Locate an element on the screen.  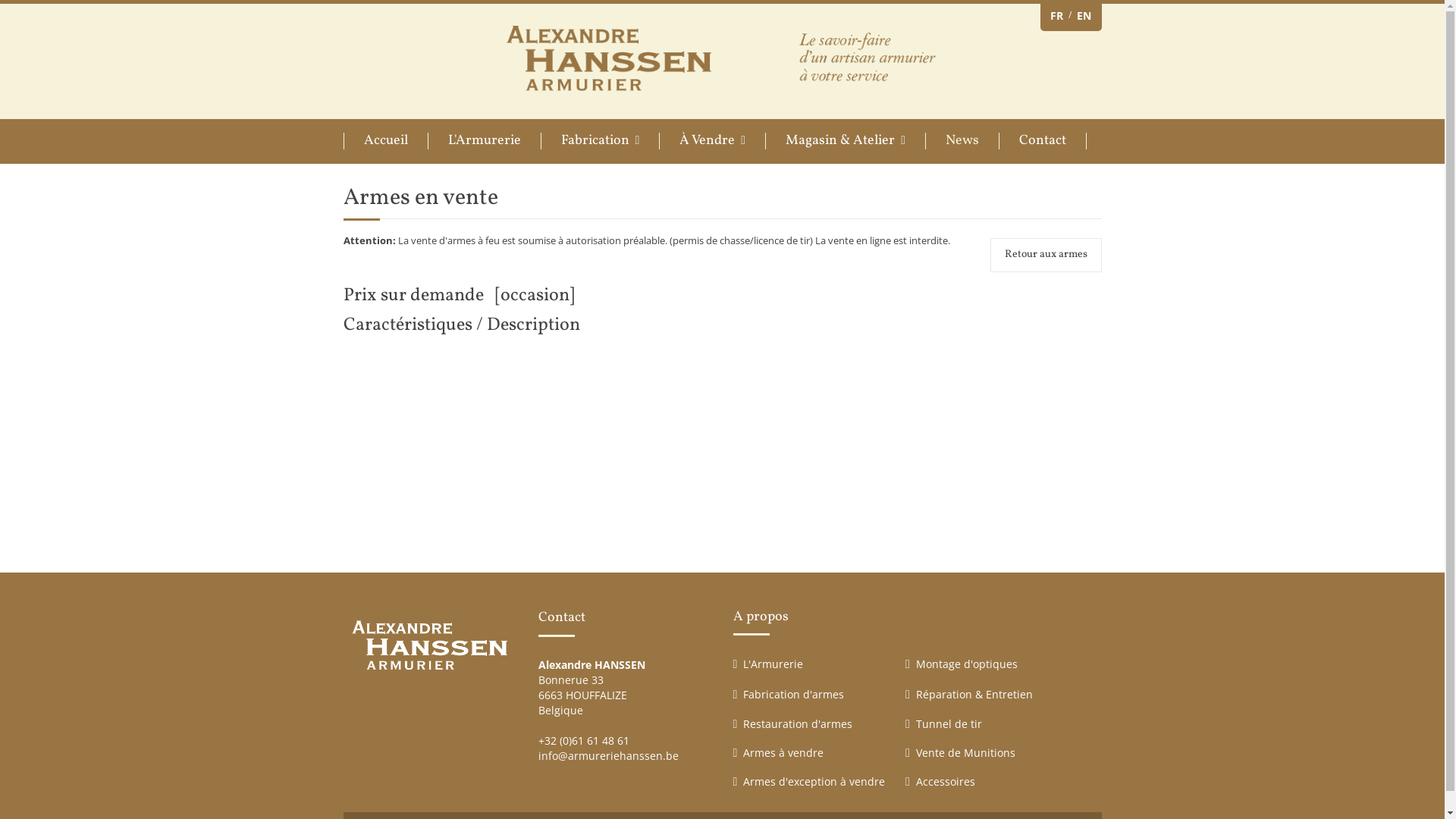
'Tunnel de tir' is located at coordinates (948, 722).